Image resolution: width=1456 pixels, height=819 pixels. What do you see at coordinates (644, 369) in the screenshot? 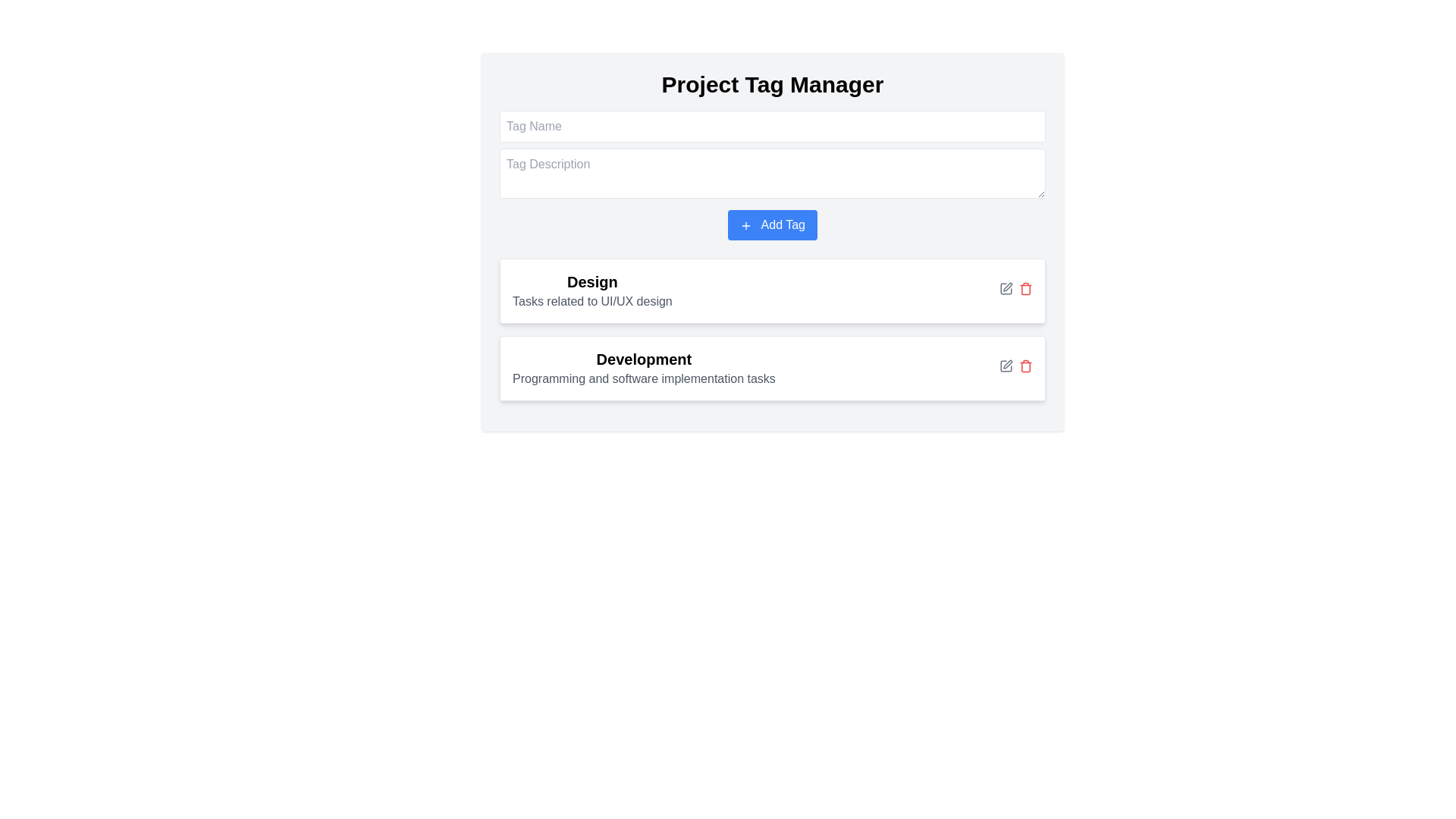
I see `the 'Development' text label which provides context for programming and software implementation tasks, located in the 'Design' section above two interactive icons` at bounding box center [644, 369].